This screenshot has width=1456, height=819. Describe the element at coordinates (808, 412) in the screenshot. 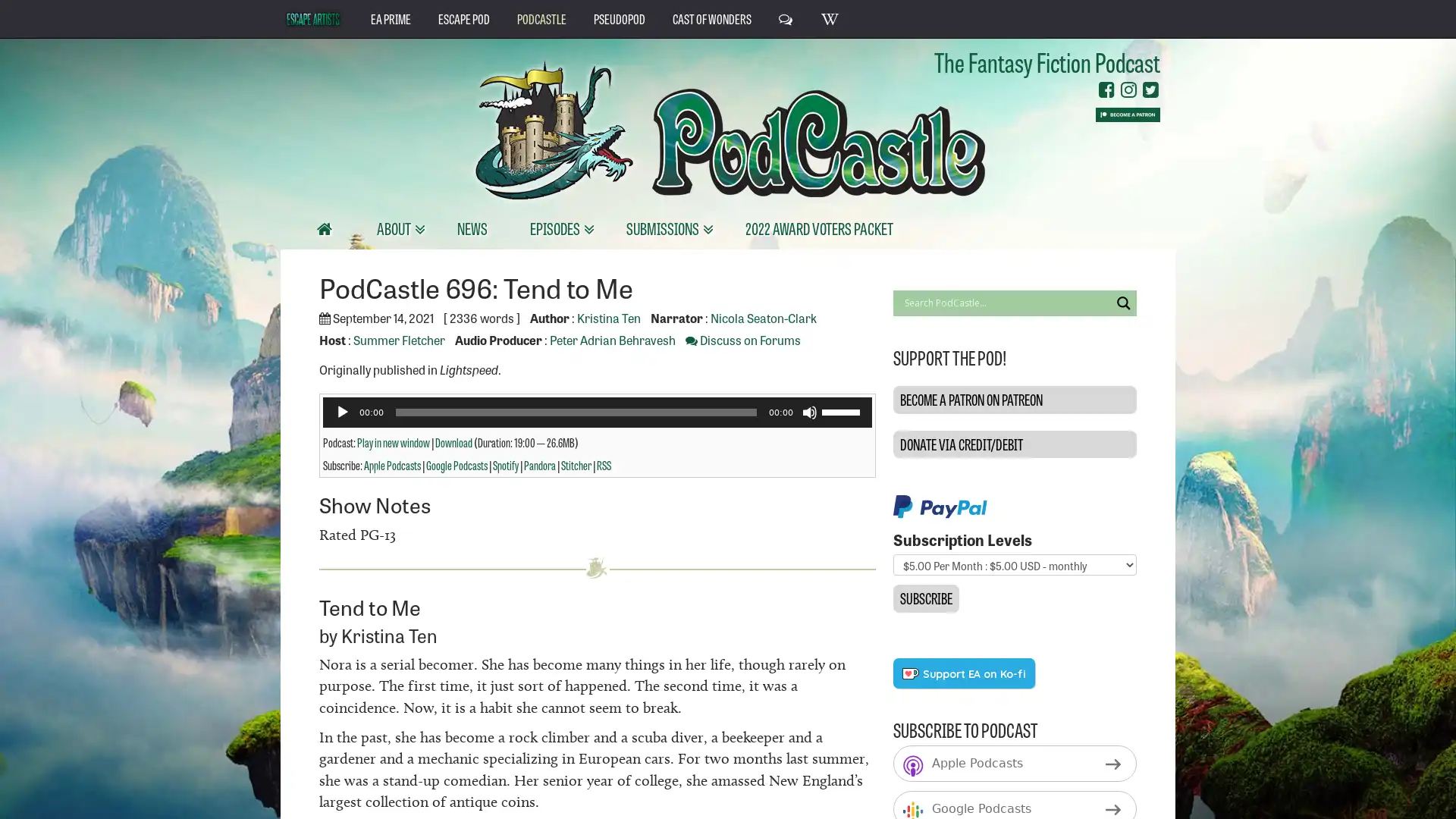

I see `Mute` at that location.